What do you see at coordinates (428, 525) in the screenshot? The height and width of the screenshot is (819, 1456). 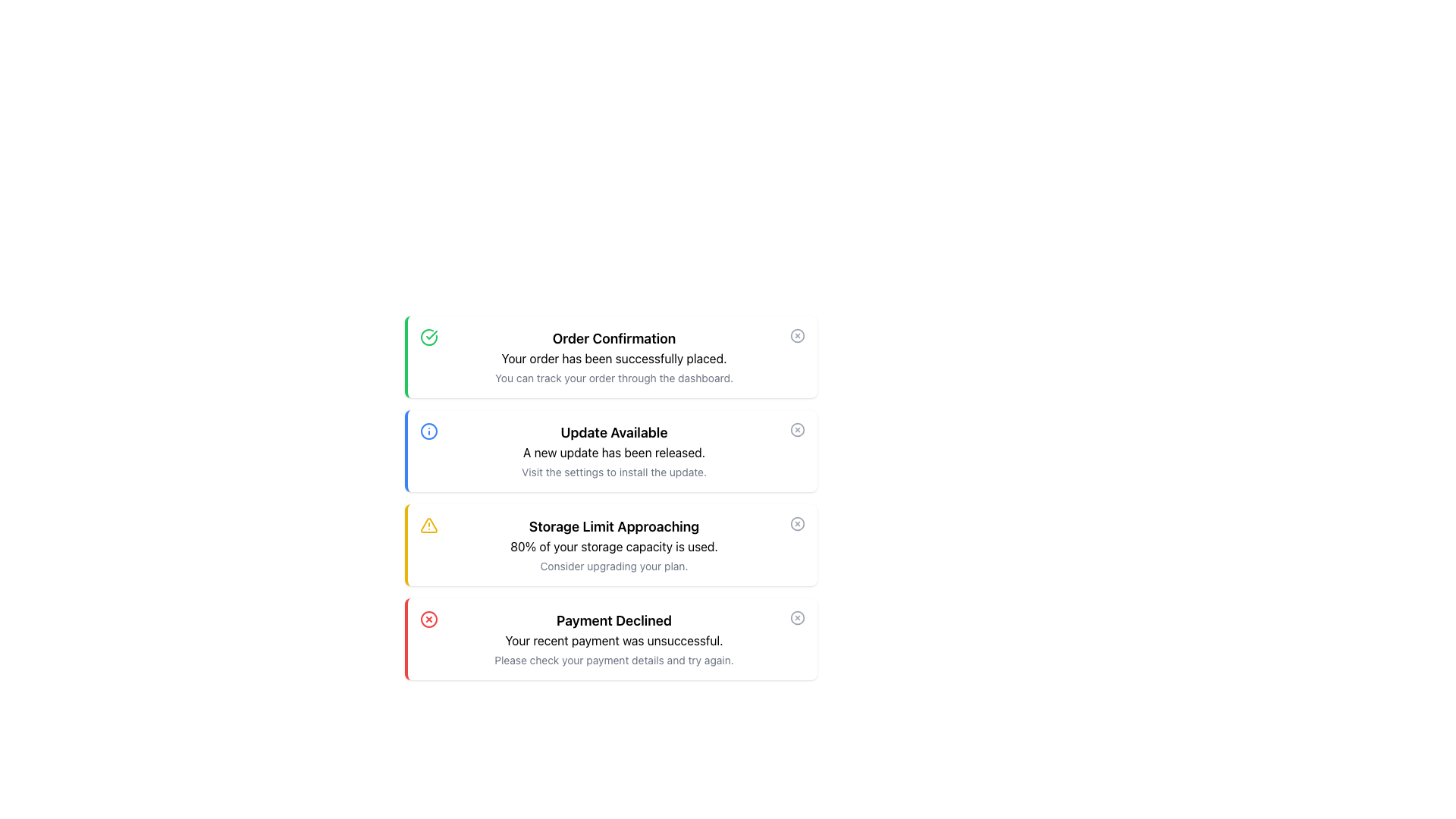 I see `the visual warning indicator icon located on the left side of the 'Storage Limit Approaching' message box, which is the third notification box in the vertical stack` at bounding box center [428, 525].